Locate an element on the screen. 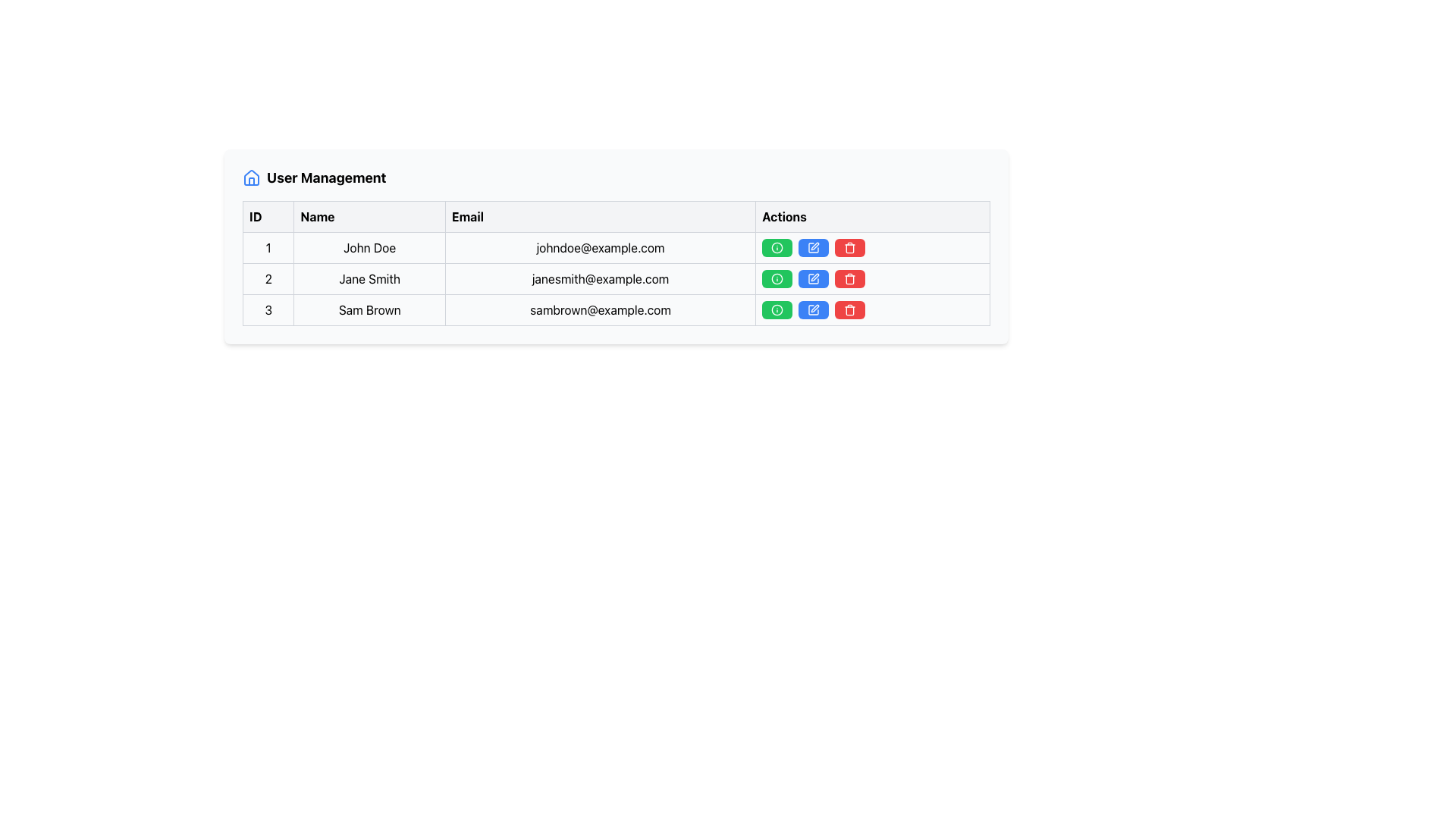 The image size is (1456, 819). the pen icon within the blue button associated with 'Jane Smith' in the User Management table is located at coordinates (814, 278).